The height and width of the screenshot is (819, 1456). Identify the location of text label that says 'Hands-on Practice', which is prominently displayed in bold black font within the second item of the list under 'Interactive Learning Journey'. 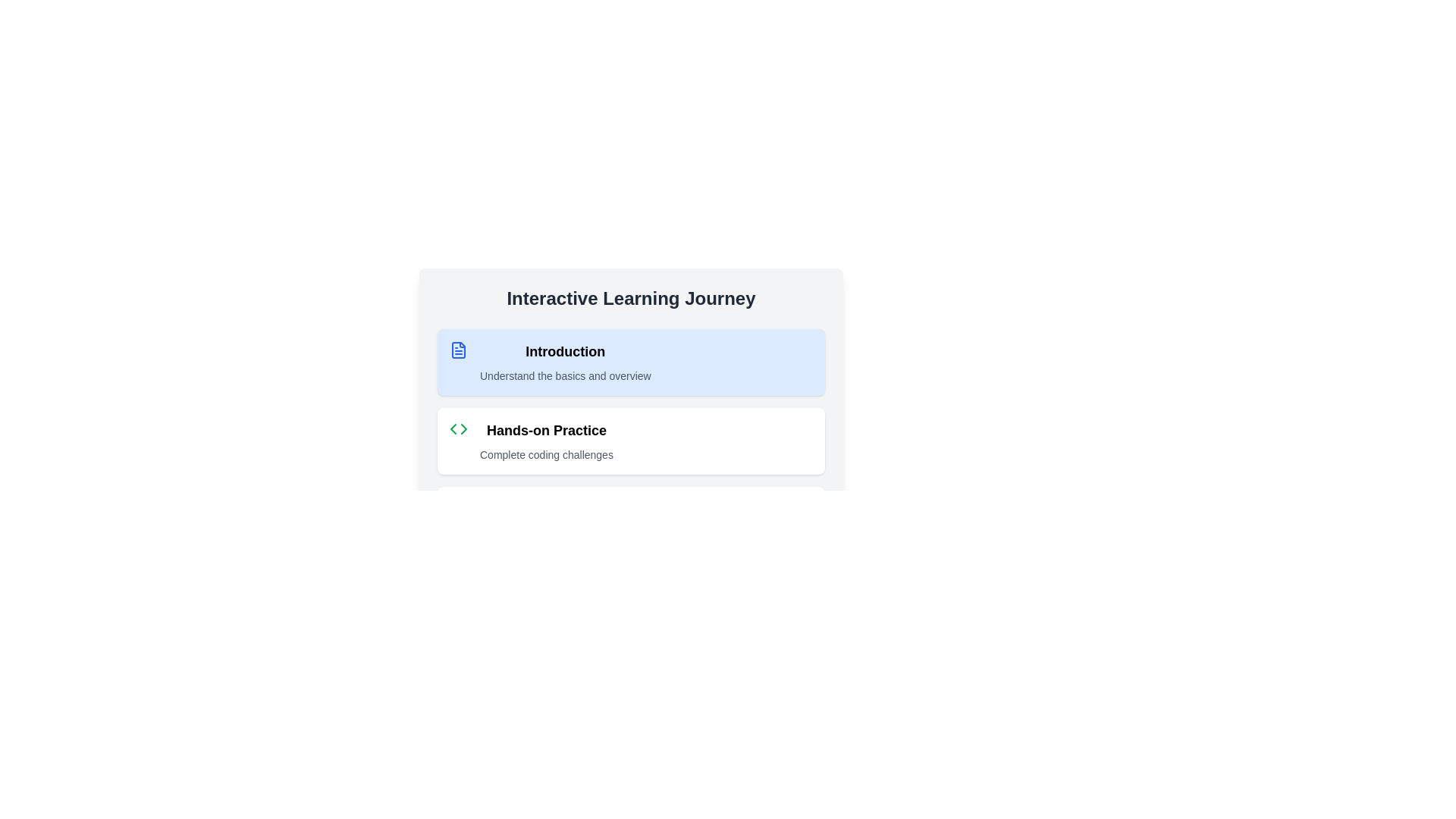
(546, 430).